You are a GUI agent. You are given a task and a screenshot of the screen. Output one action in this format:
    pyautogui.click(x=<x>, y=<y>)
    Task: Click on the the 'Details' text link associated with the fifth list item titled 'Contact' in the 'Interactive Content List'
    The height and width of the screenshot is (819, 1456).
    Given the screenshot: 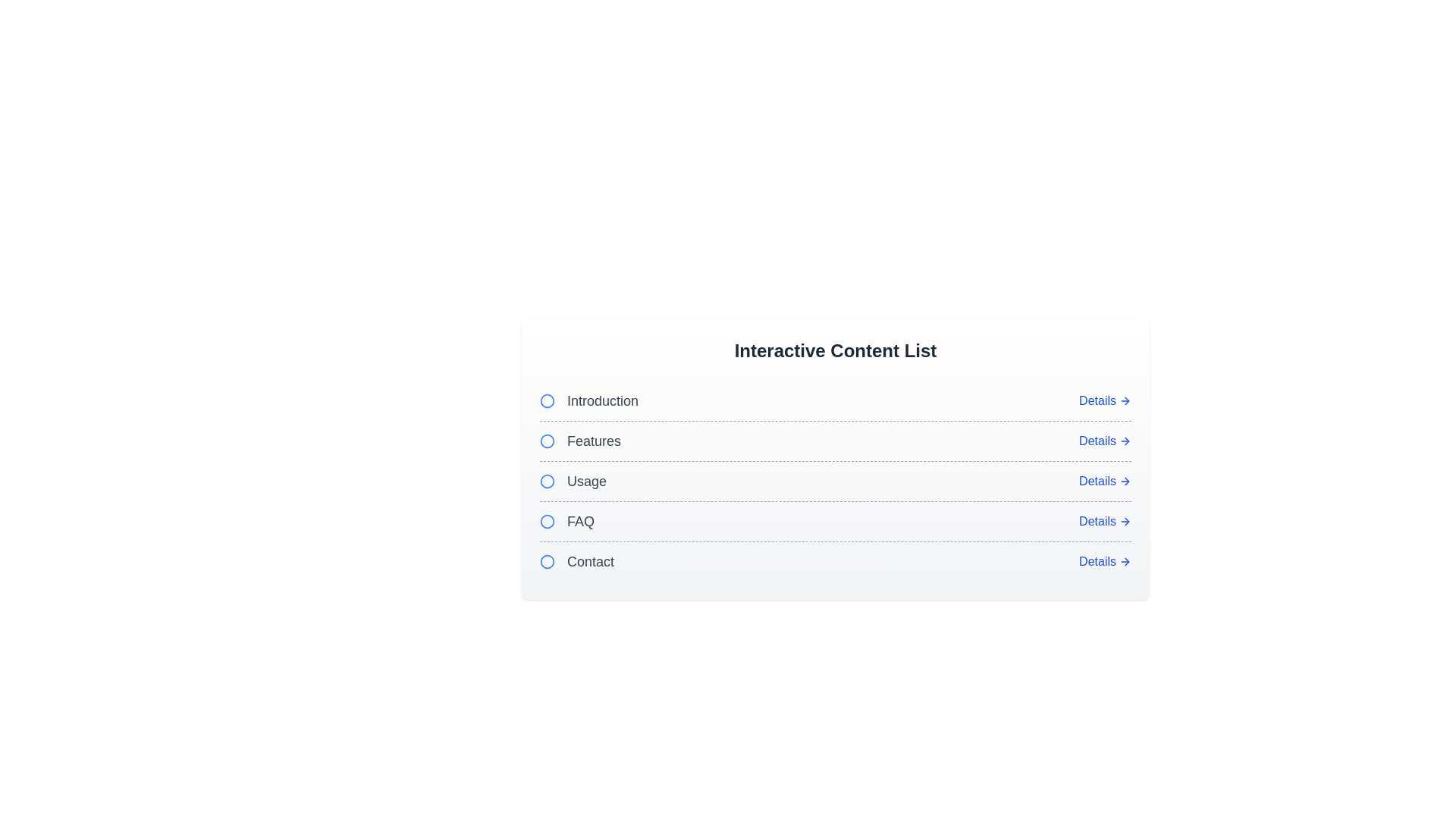 What is the action you would take?
    pyautogui.click(x=1097, y=520)
    